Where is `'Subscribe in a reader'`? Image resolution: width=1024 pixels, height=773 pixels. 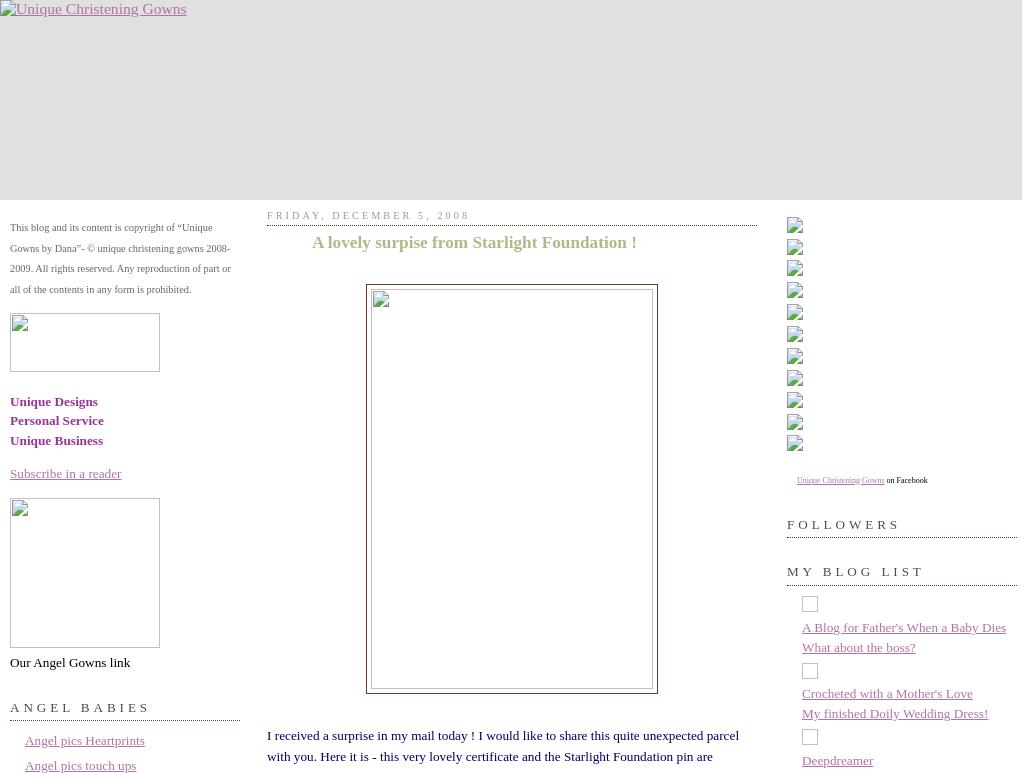 'Subscribe in a reader' is located at coordinates (64, 472).